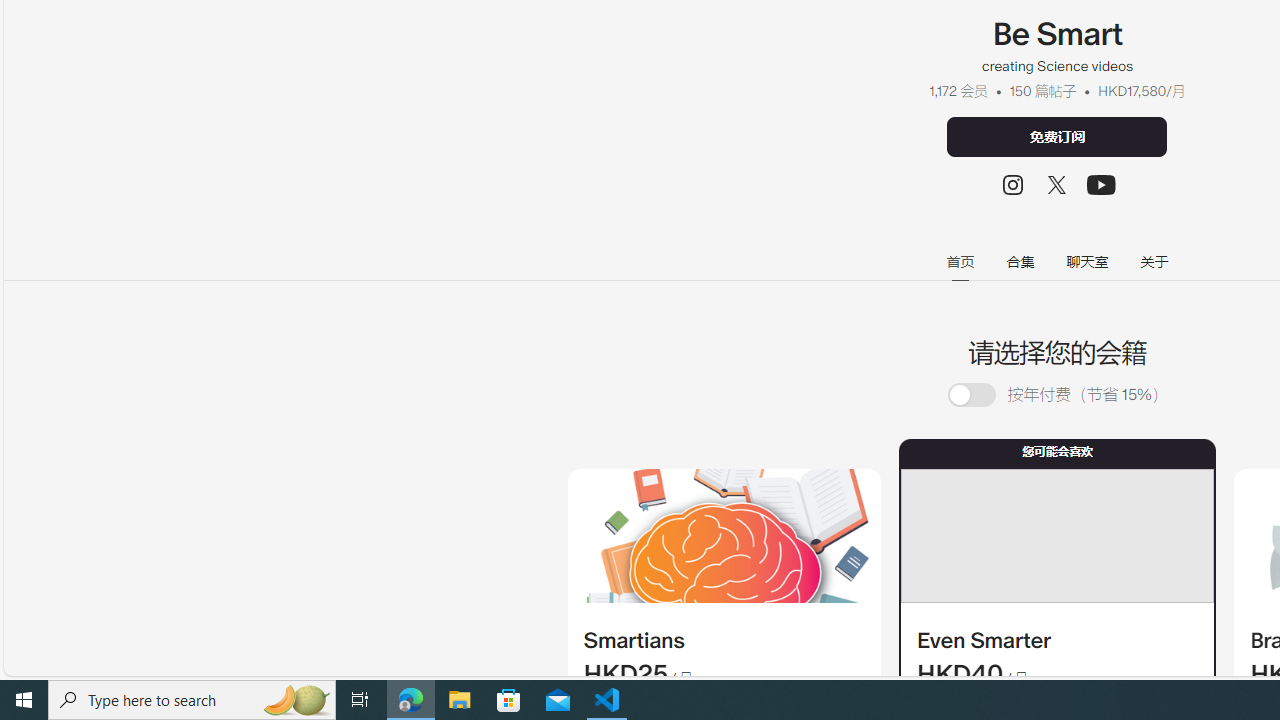 The width and height of the screenshot is (1280, 720). What do you see at coordinates (1101, 185) in the screenshot?
I see `'Class: sc-jrQzAO HeRcC sc-1b5vbhn-1 hqVCmM'` at bounding box center [1101, 185].